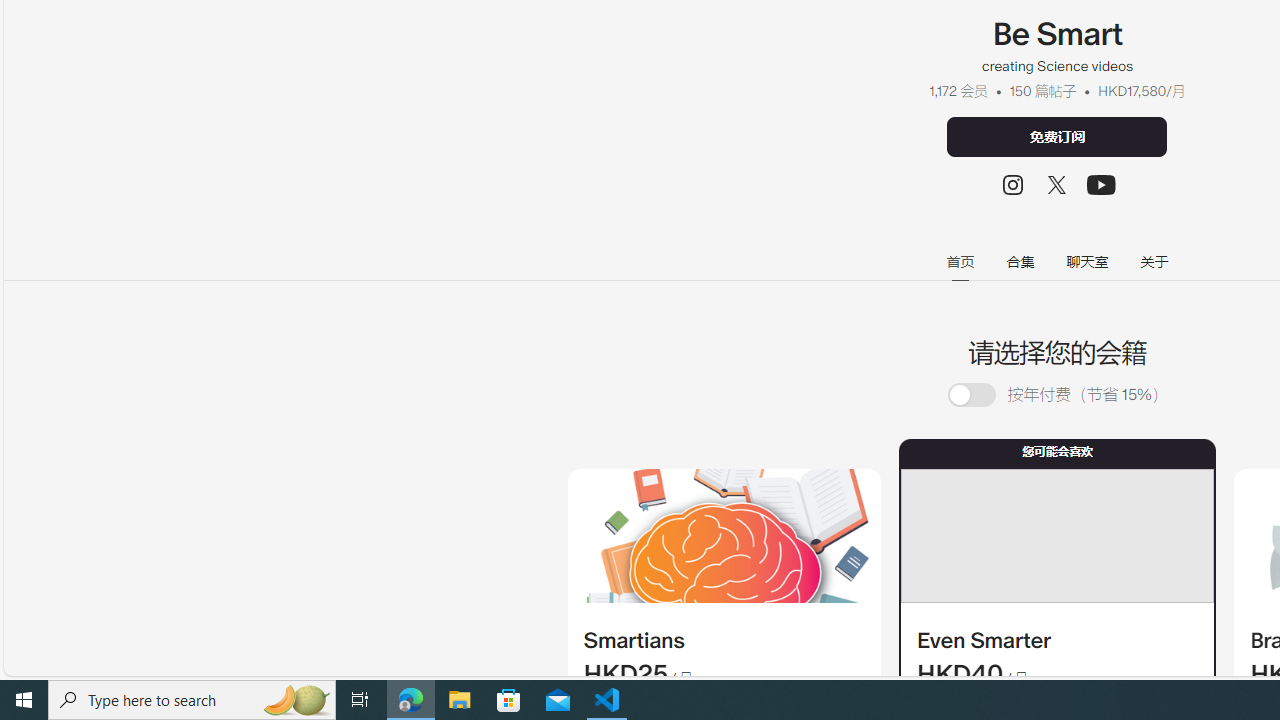 The width and height of the screenshot is (1280, 720). What do you see at coordinates (1101, 185) in the screenshot?
I see `'Class: sc-jrQzAO HeRcC sc-1b5vbhn-1 hqVCmM'` at bounding box center [1101, 185].